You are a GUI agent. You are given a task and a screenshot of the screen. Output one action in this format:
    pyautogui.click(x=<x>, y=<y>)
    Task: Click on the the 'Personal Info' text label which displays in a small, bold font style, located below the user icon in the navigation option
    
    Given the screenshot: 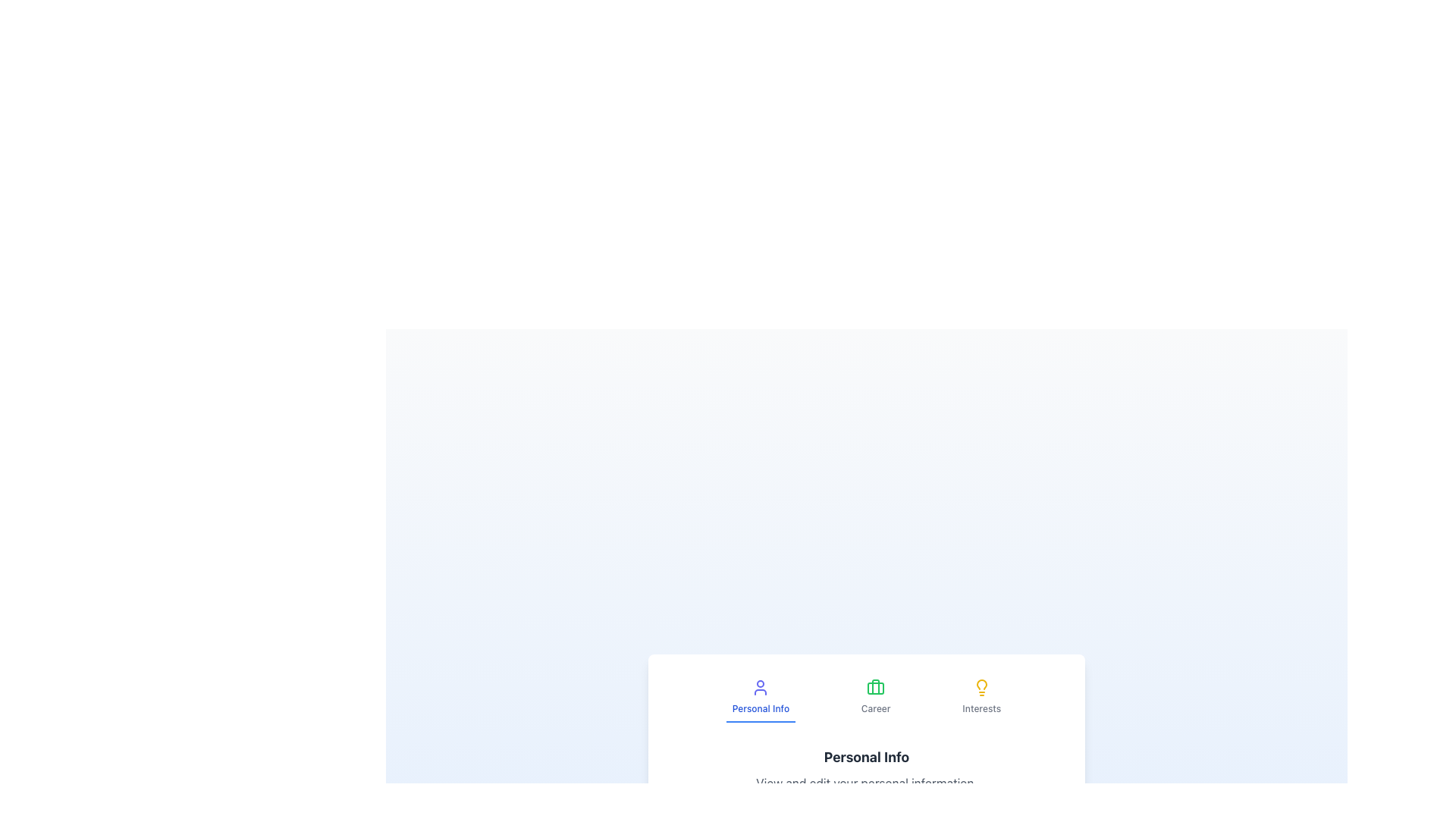 What is the action you would take?
    pyautogui.click(x=761, y=708)
    